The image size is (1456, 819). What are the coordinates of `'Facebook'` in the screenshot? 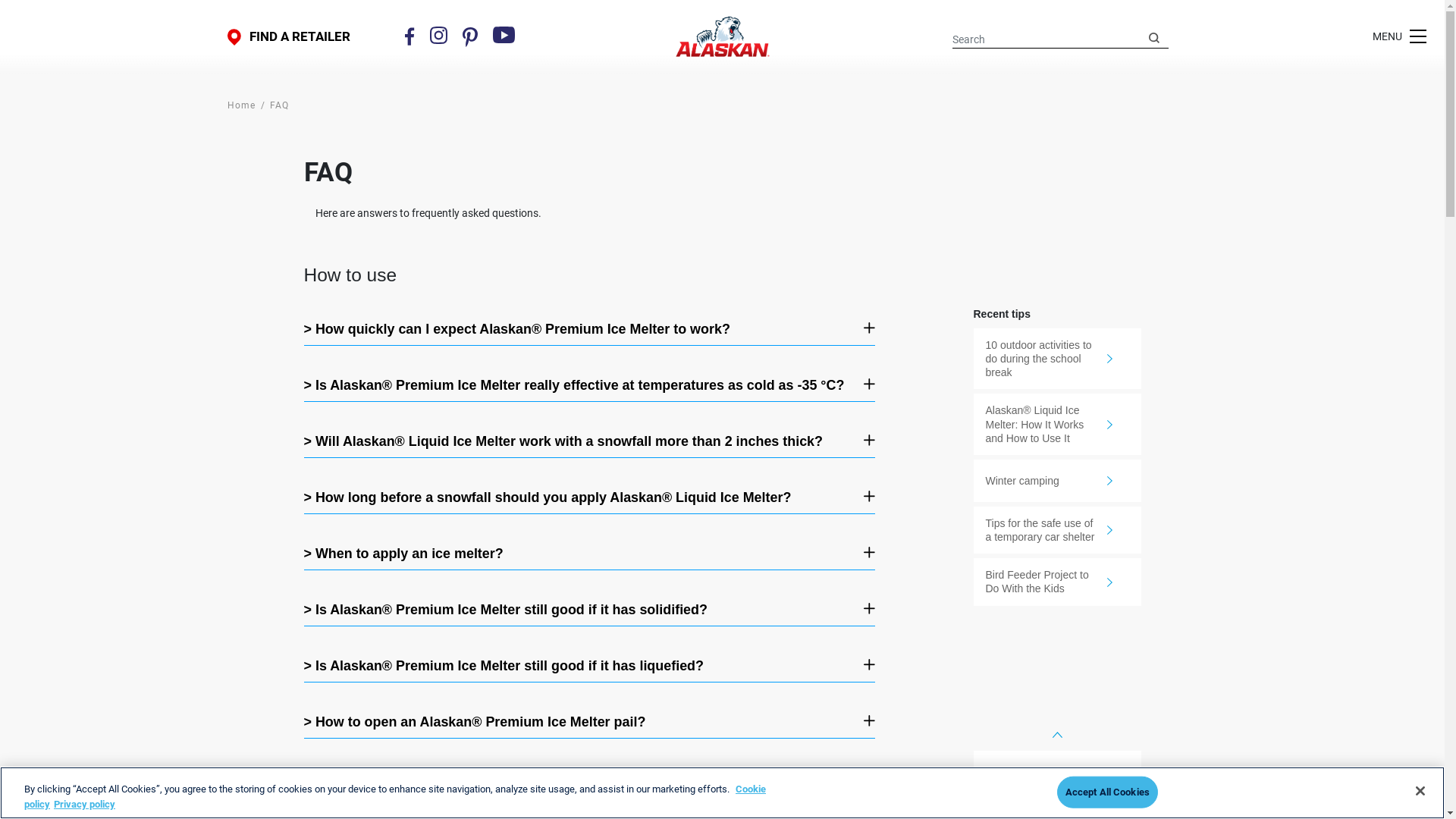 It's located at (404, 35).